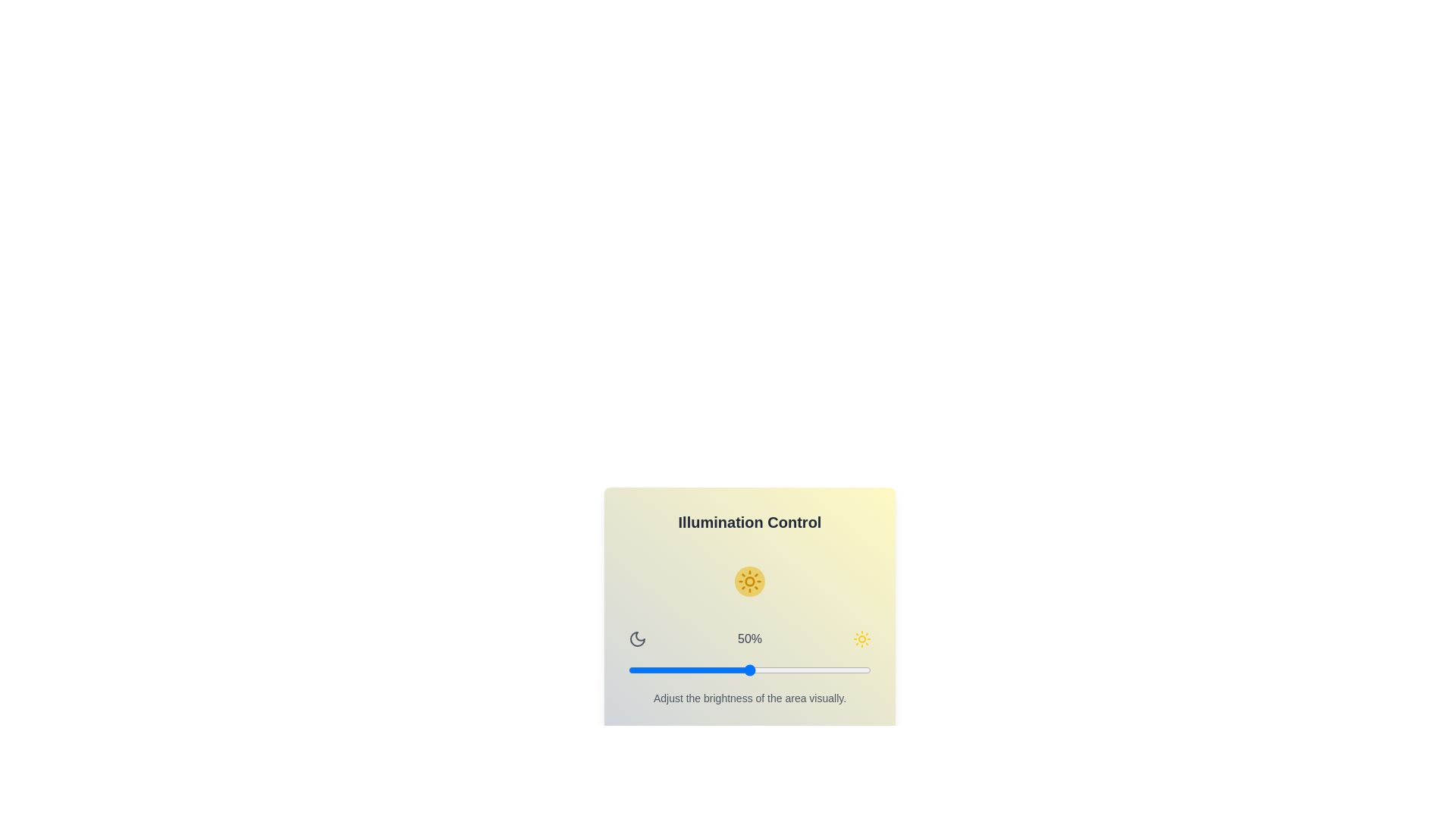  I want to click on the brightness slider to 52%, so click(755, 669).